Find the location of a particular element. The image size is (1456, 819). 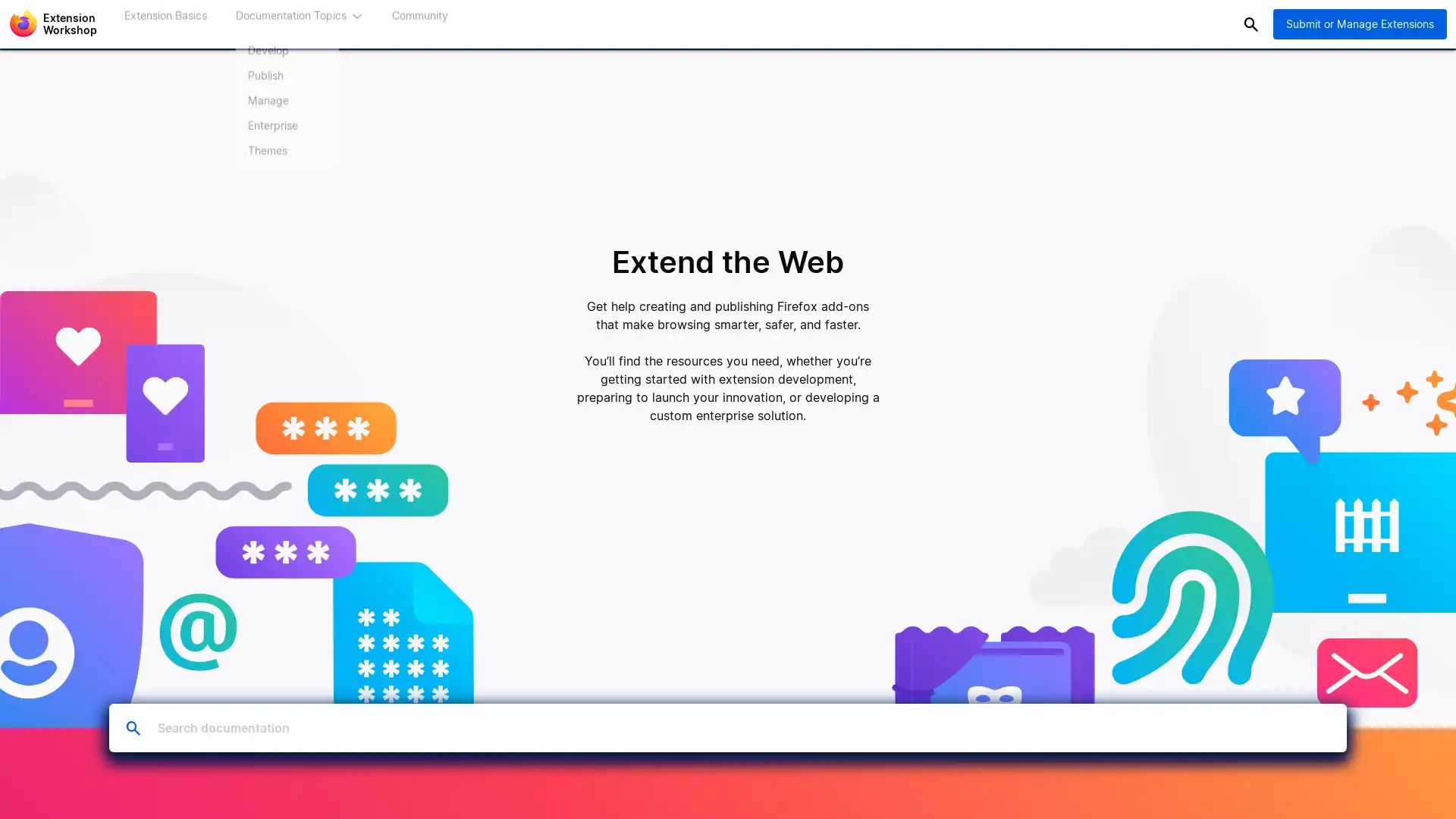

Search is located at coordinates (1250, 24).